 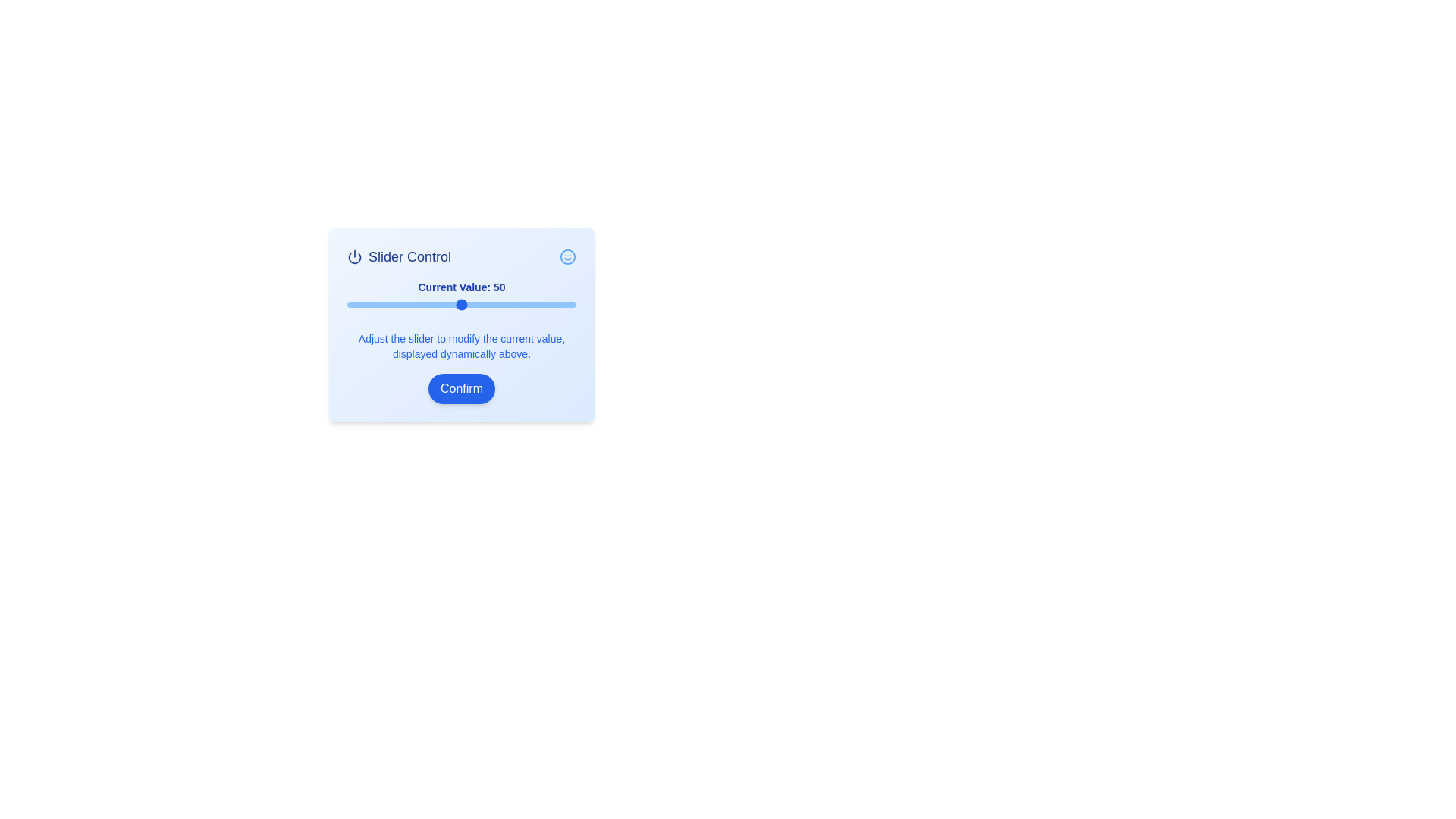 I want to click on the slider's value, so click(x=479, y=304).